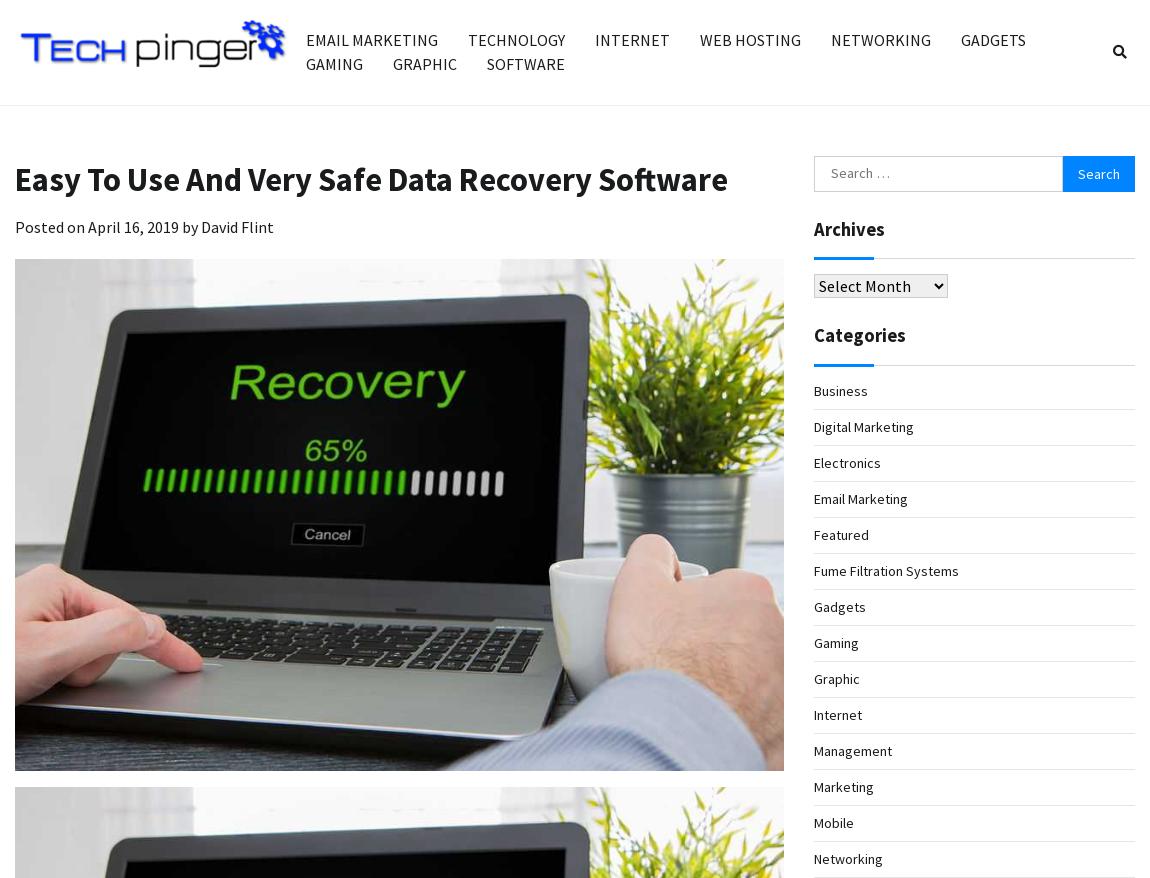  I want to click on 'Featured', so click(840, 532).